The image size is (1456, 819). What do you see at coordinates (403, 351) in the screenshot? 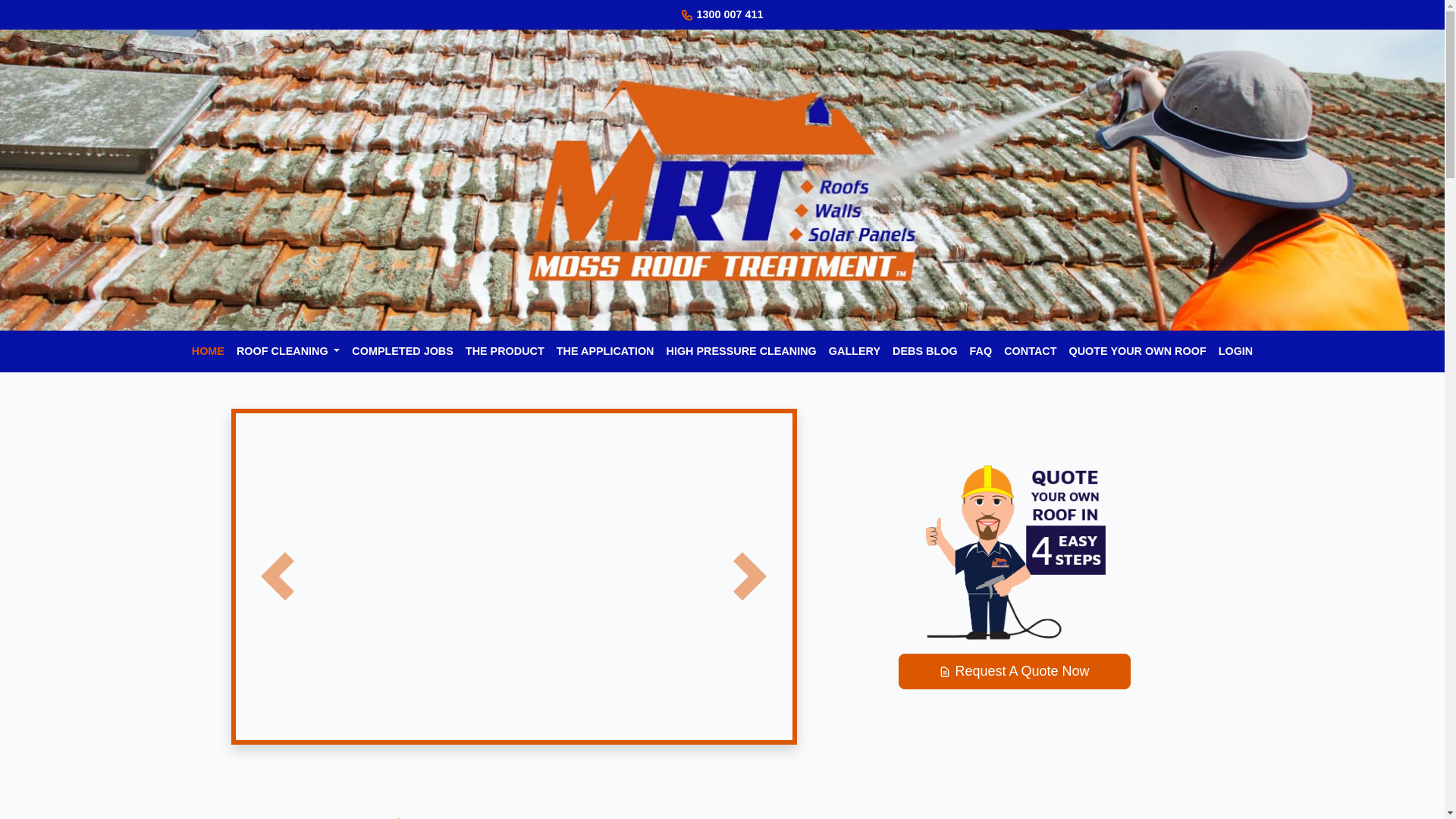
I see `'COMPLETED JOBS'` at bounding box center [403, 351].